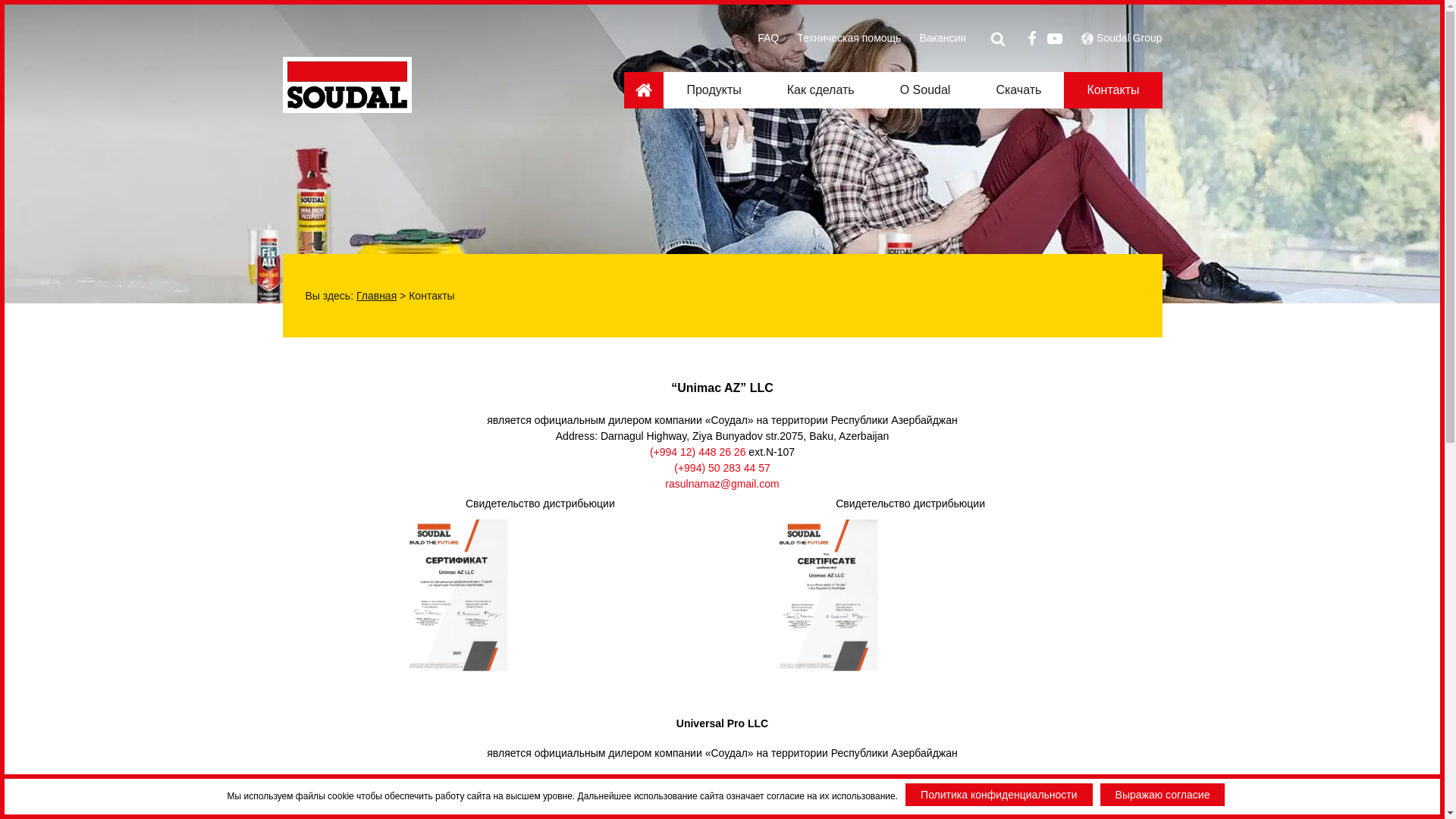  Describe the element at coordinates (697, 451) in the screenshot. I see `'(+994 12) 448 26 26'` at that location.